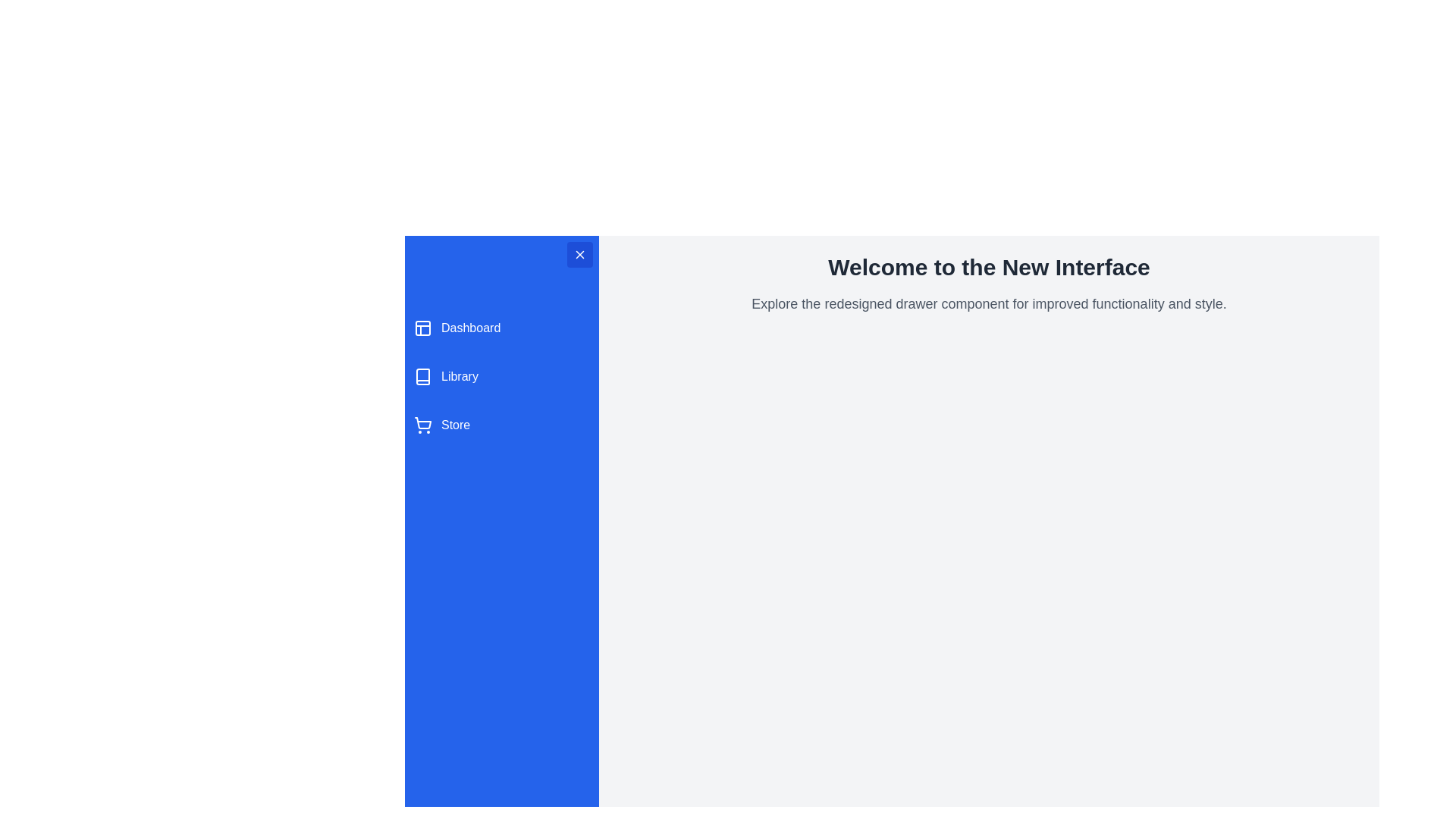 The image size is (1456, 819). I want to click on the blue panel layout icon located to the left of the 'Dashboard' text in the sidebar menu, so click(422, 327).